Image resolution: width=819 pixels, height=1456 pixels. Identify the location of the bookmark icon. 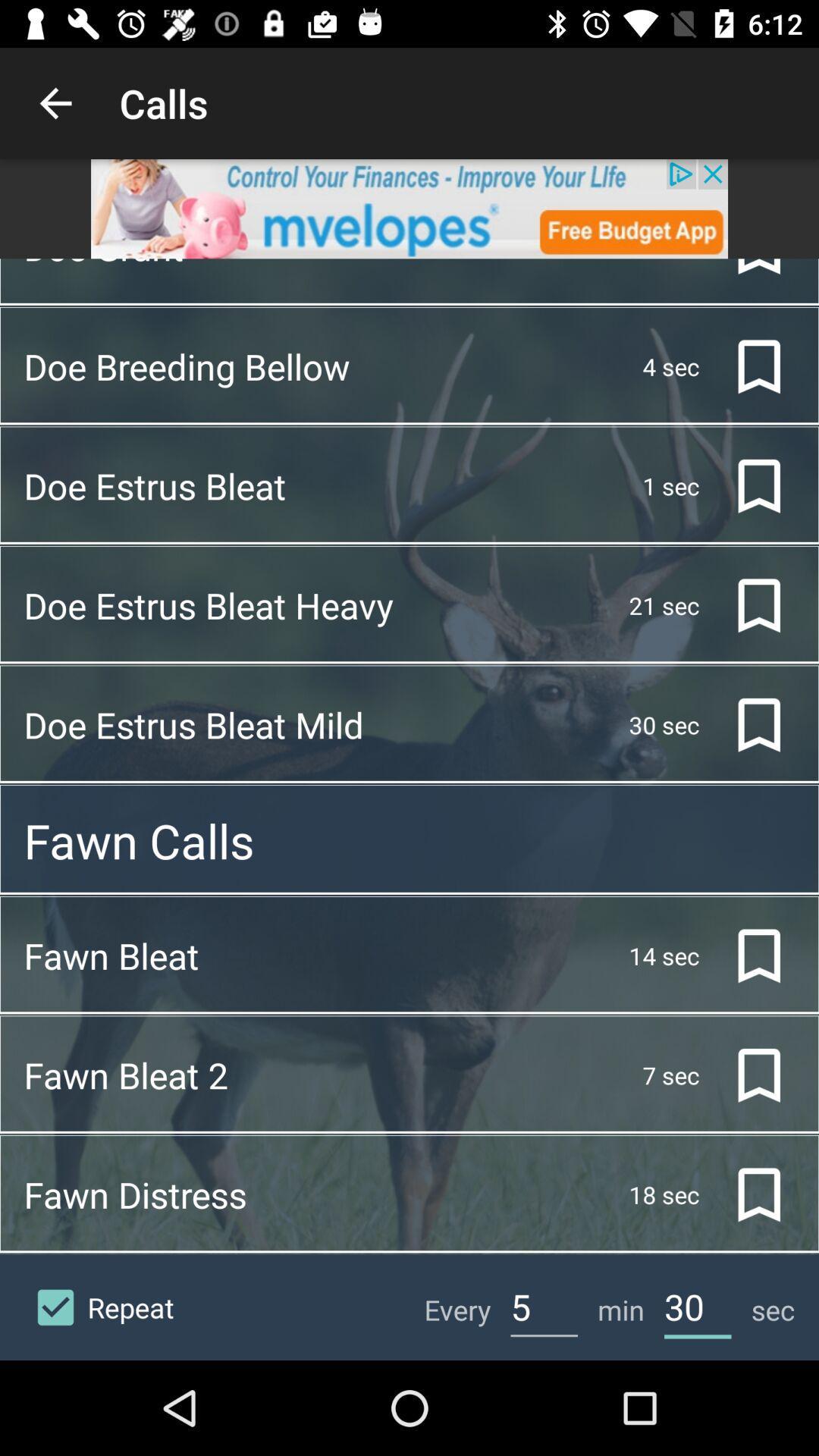
(746, 955).